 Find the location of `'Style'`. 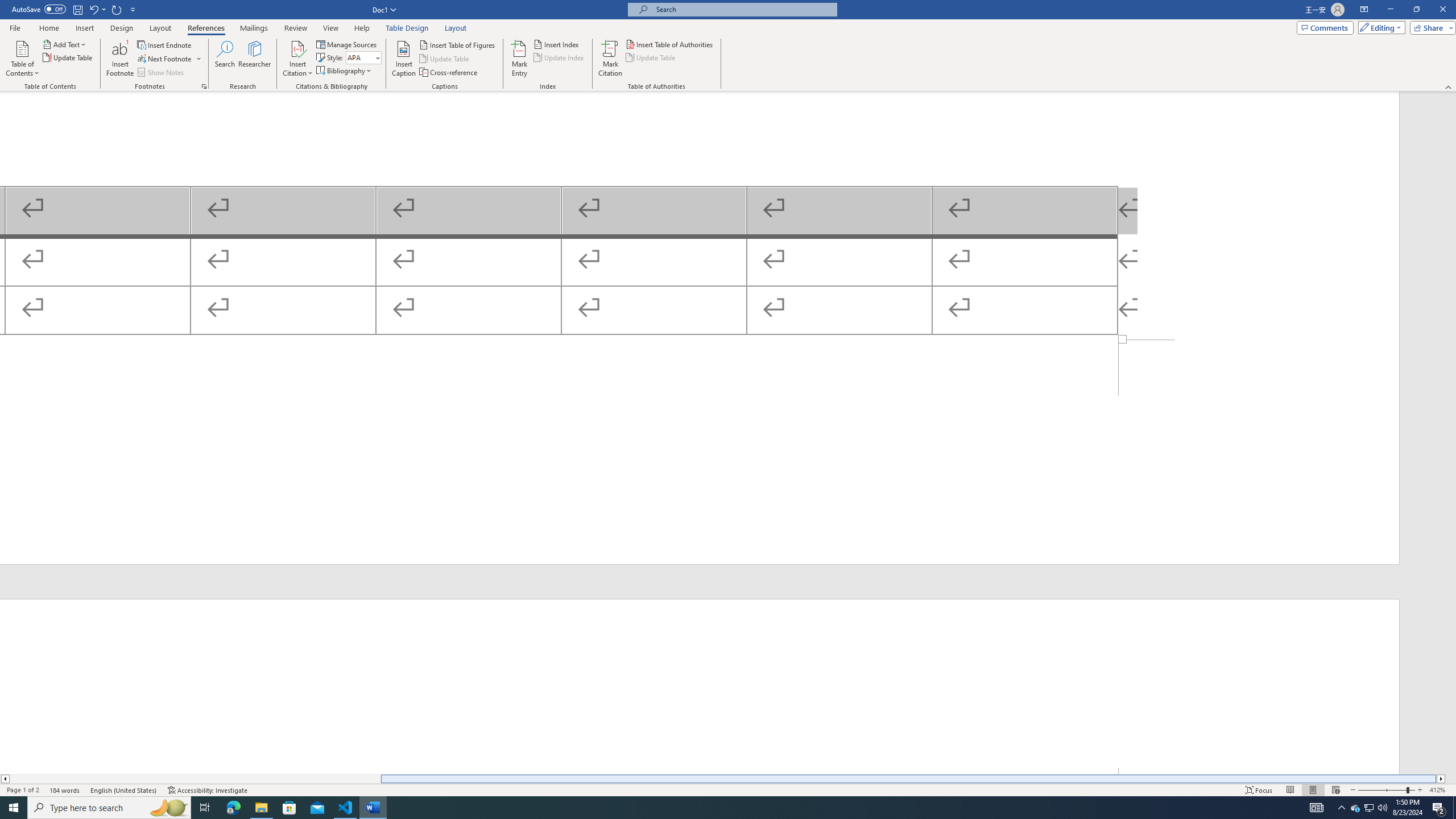

'Style' is located at coordinates (359, 57).